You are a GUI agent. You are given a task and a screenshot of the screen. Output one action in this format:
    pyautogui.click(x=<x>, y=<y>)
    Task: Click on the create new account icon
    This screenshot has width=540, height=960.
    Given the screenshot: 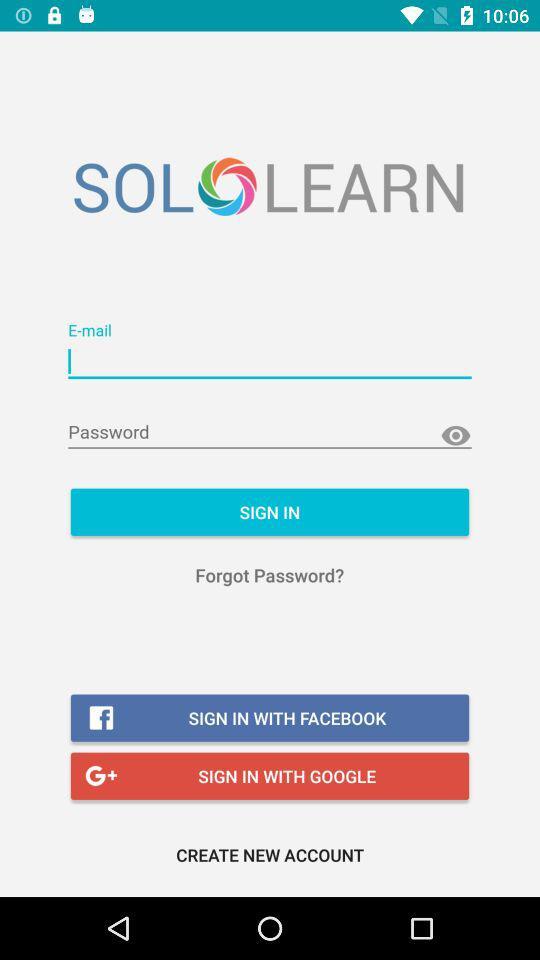 What is the action you would take?
    pyautogui.click(x=270, y=853)
    